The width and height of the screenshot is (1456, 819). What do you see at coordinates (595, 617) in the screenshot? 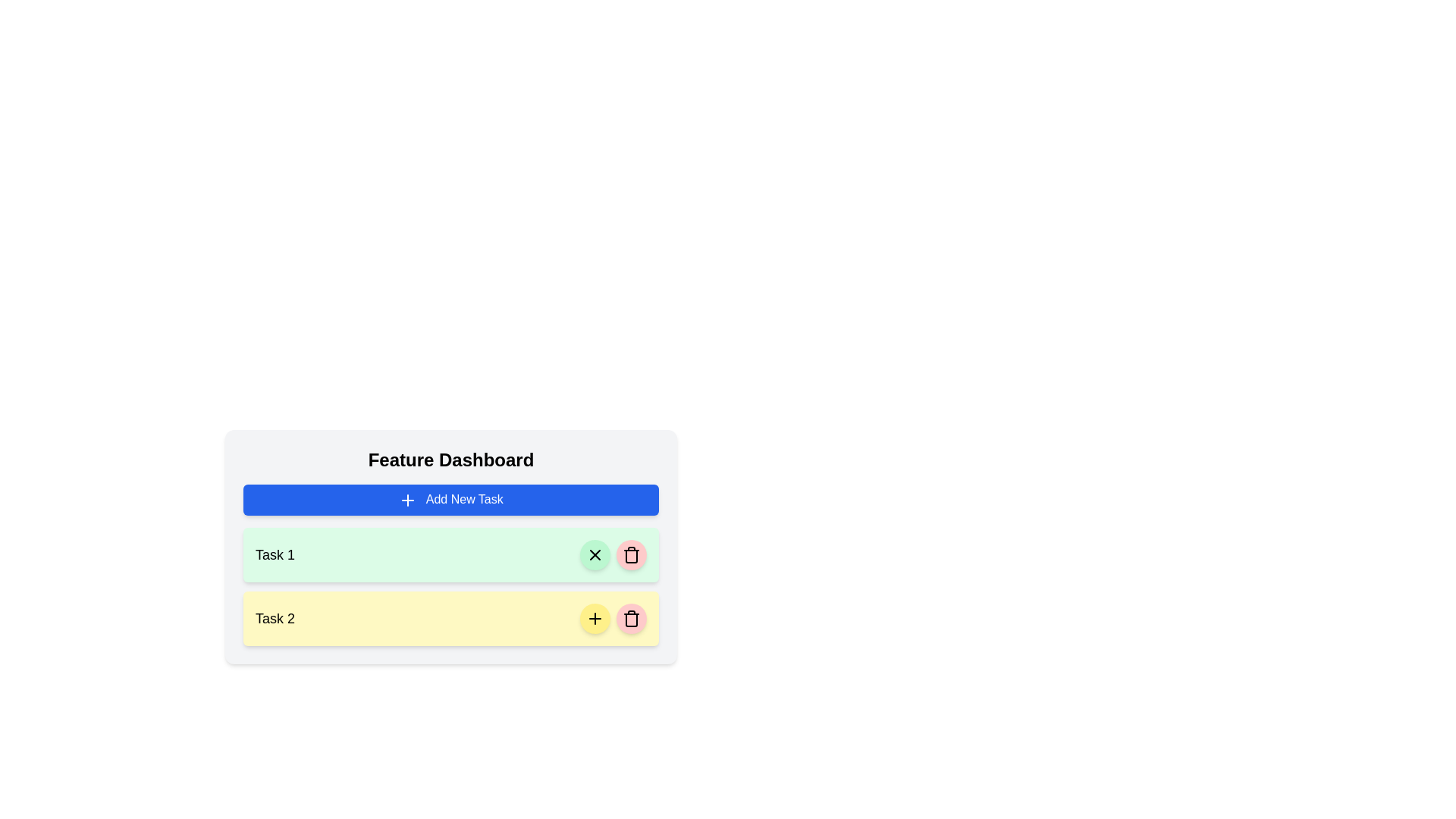
I see `the action trigger button located on the right side of the yellow background task row labeled 'Task 2'` at bounding box center [595, 617].